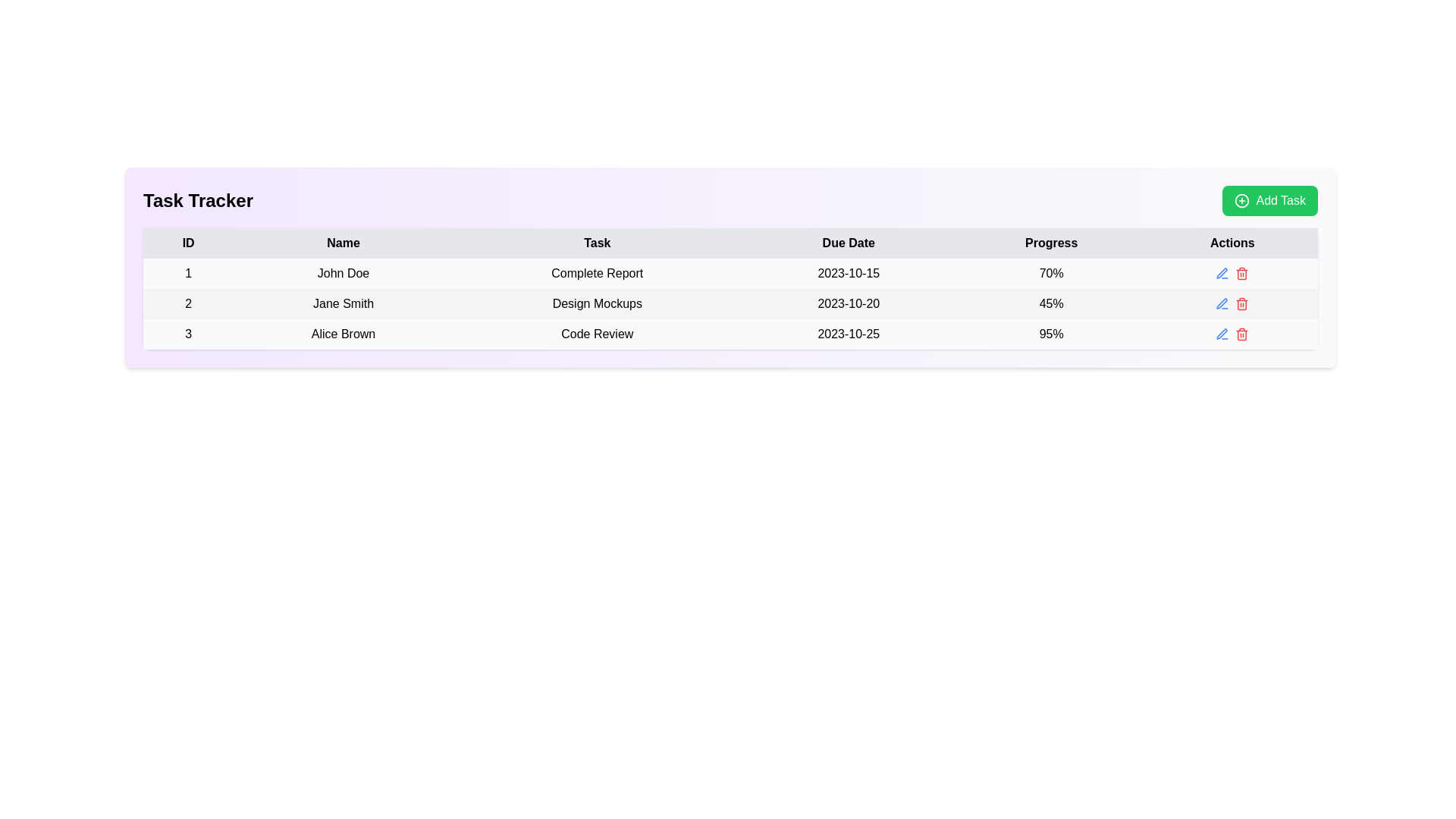 This screenshot has width=1456, height=819. I want to click on the Text label that serves as an identifier for the first task entry in the data table, located in the first column under the 'ID' column header, so click(187, 274).